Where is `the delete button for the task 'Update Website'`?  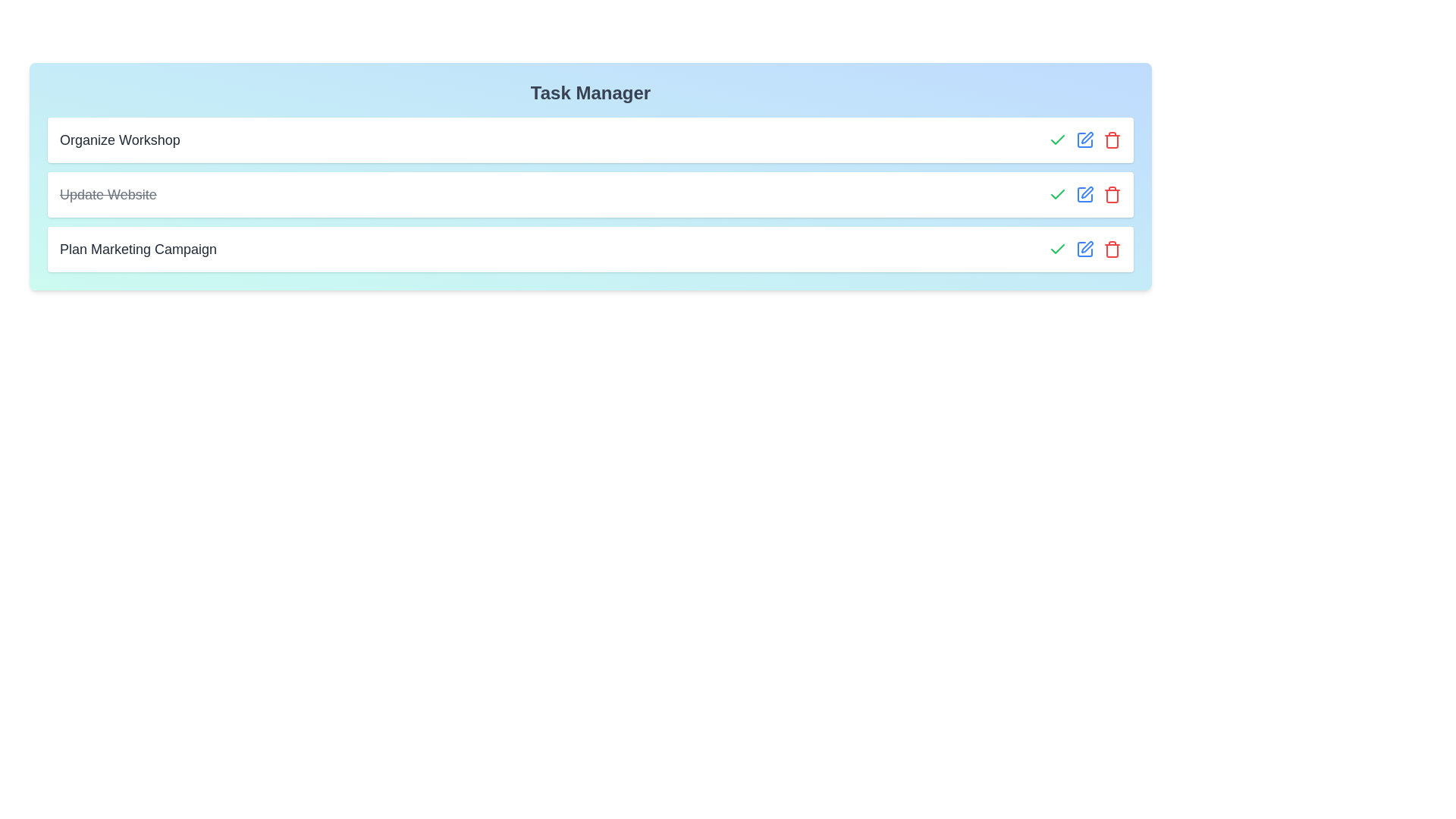
the delete button for the task 'Update Website' is located at coordinates (1112, 194).